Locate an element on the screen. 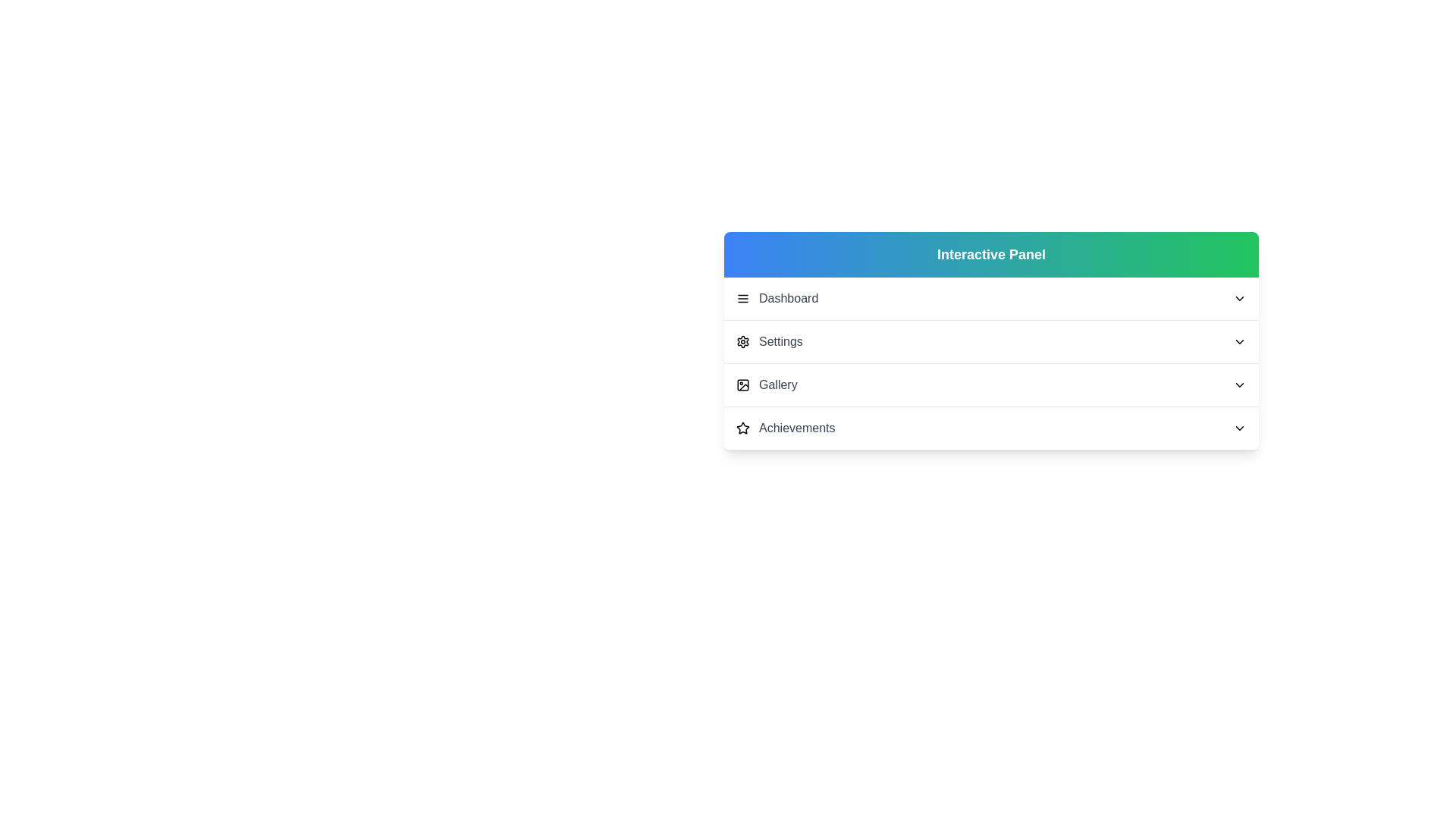  the downward-pointing chevron icon located at the far right end of the 'Dashboard' menu entry is located at coordinates (1240, 298).